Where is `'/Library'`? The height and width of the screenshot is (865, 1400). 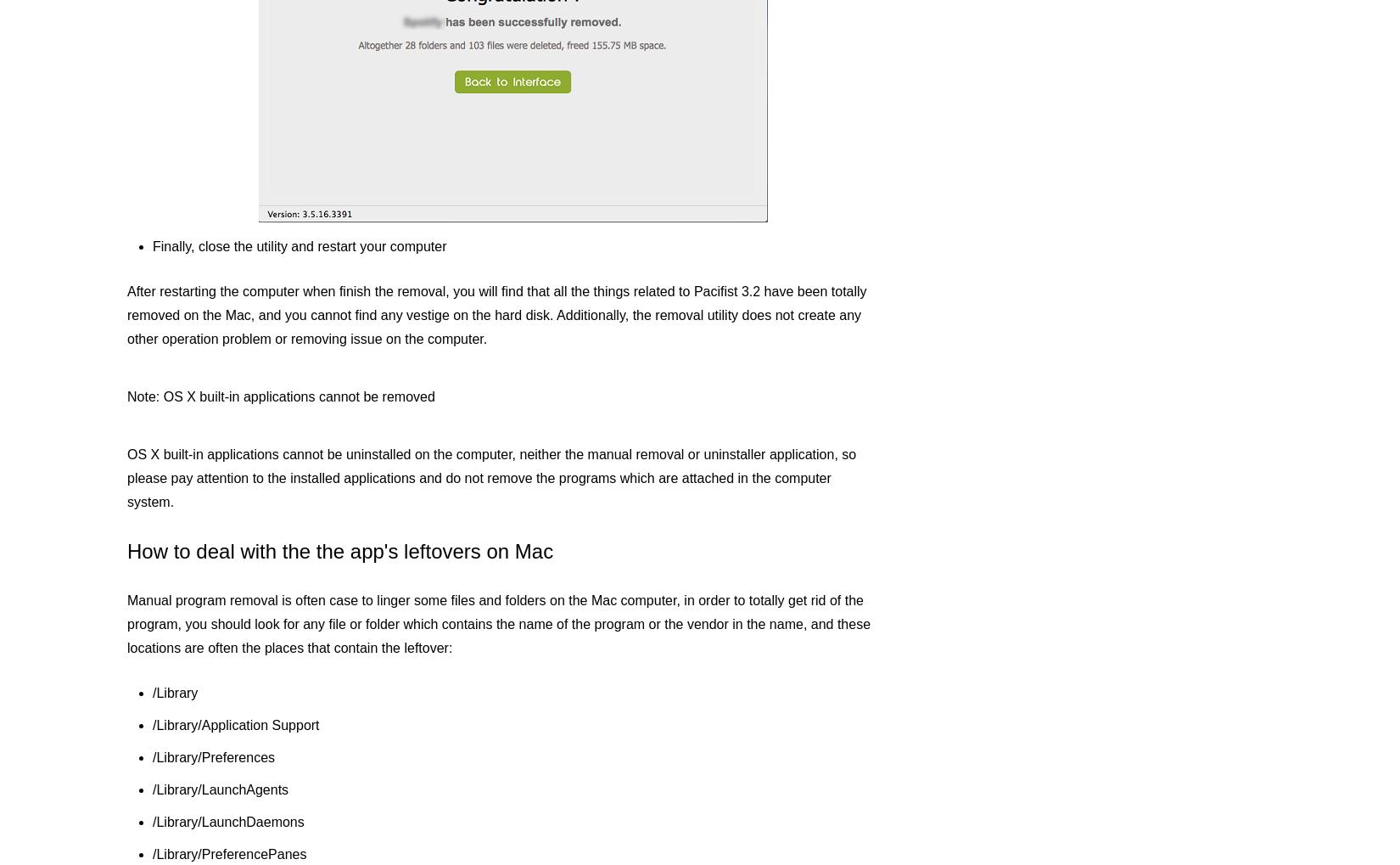
'/Library' is located at coordinates (175, 693).